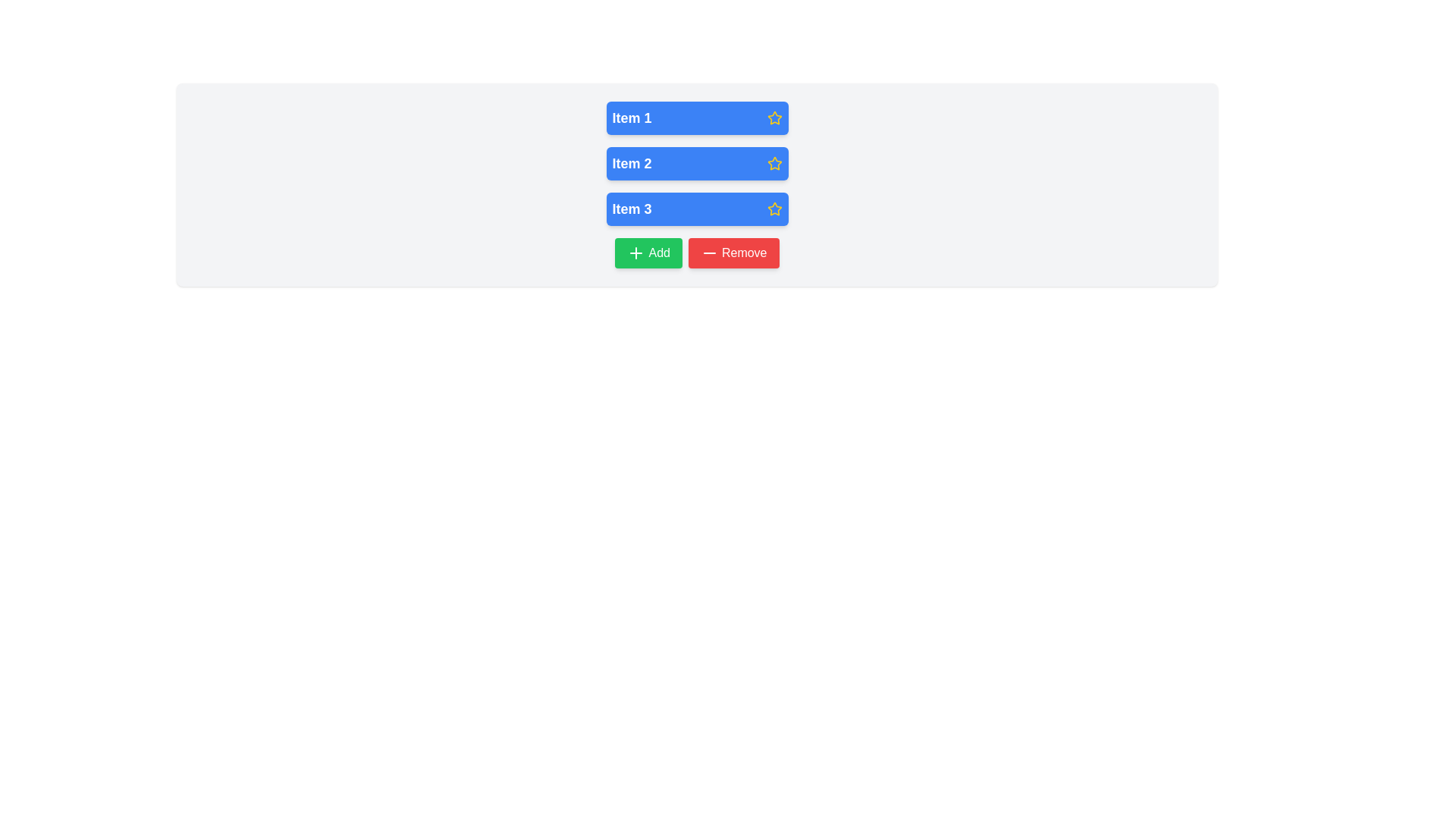 The image size is (1456, 819). What do you see at coordinates (632, 209) in the screenshot?
I see `text content of the bold, larger white text label displaying 'Item 3' inside the blue rounded button, which is the third button in a vertical stack of blue buttons` at bounding box center [632, 209].